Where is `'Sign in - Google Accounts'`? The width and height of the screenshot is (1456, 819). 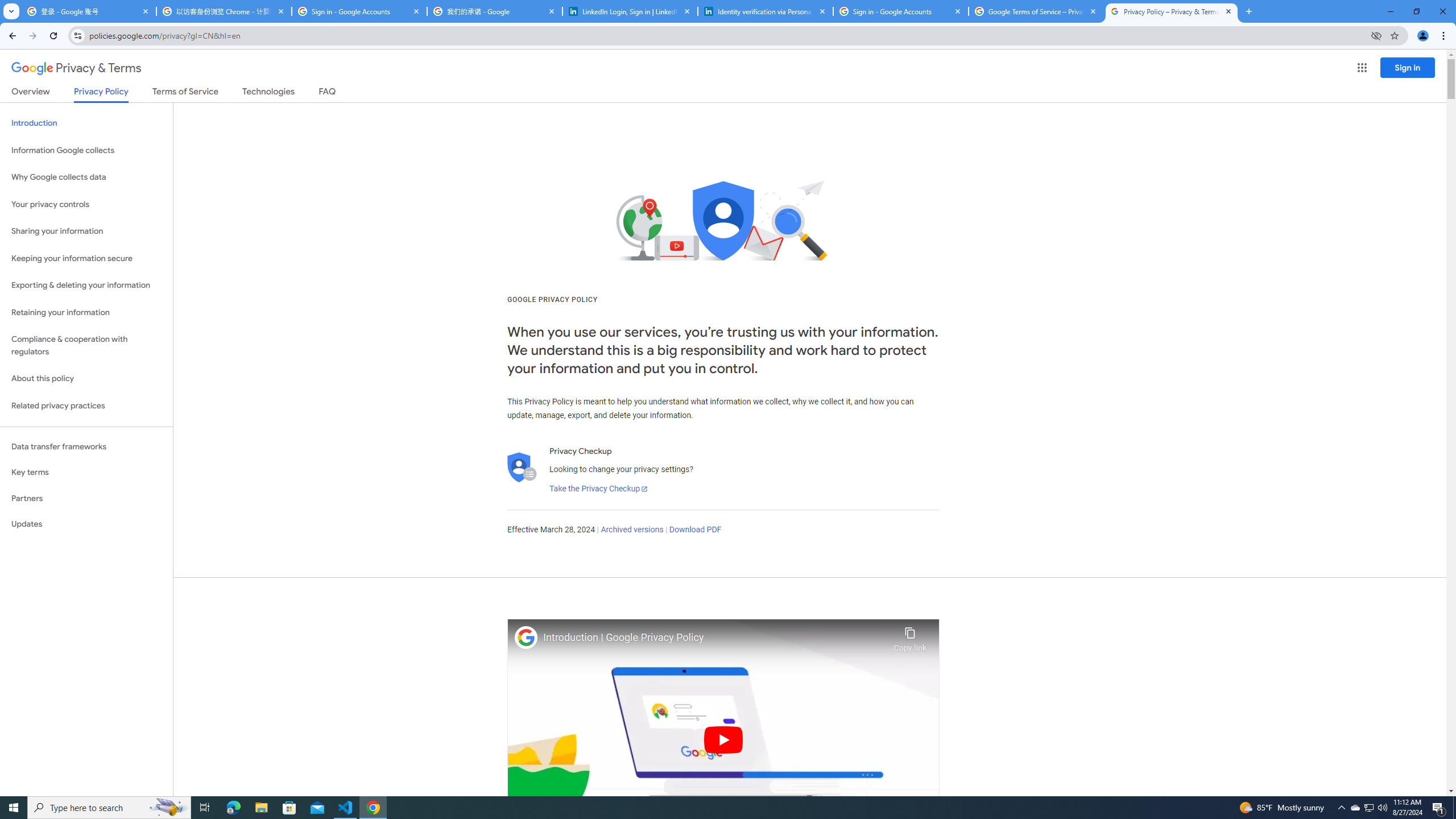
'Sign in - Google Accounts' is located at coordinates (900, 11).